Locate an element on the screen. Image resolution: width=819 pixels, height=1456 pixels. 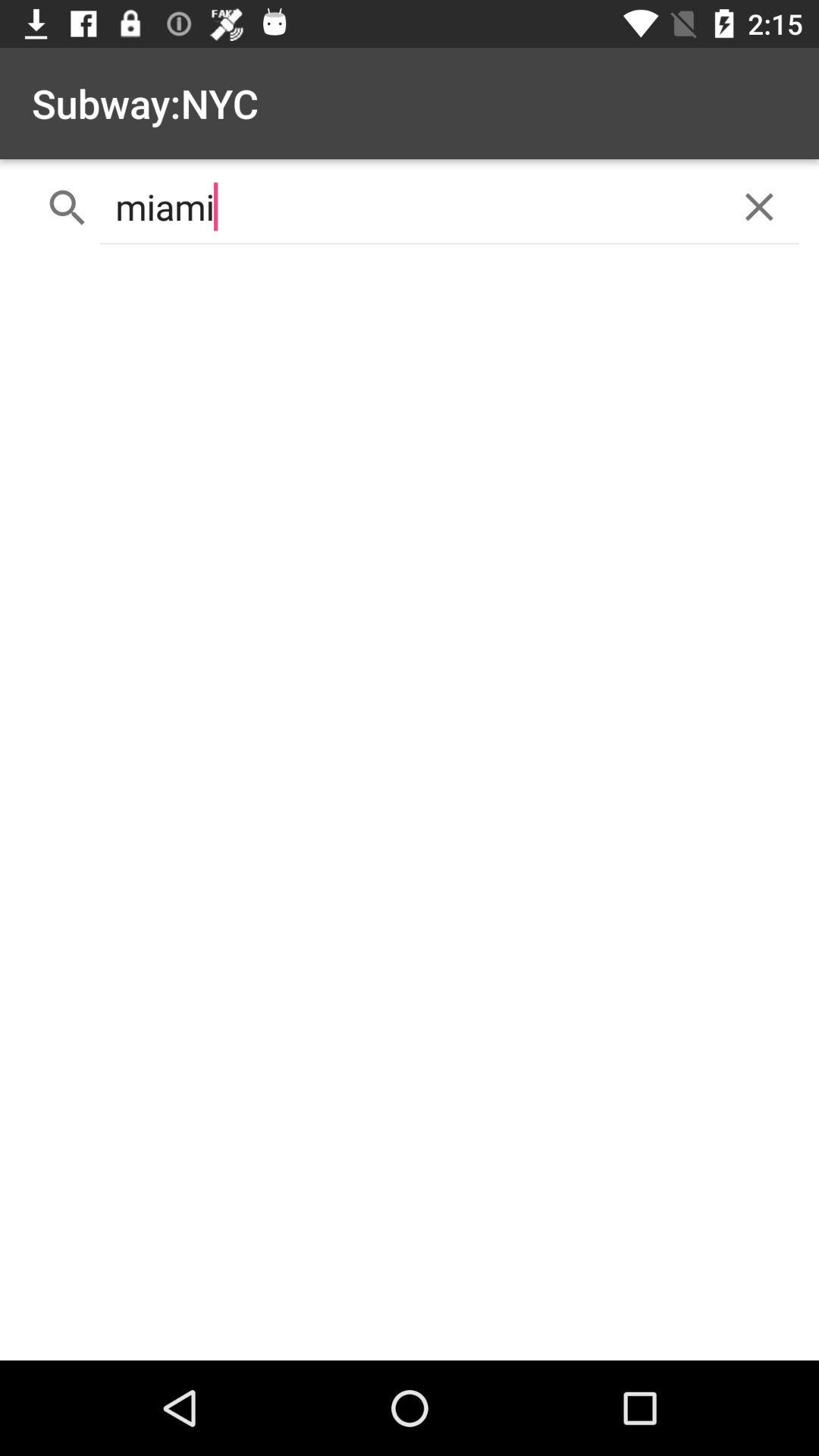
miami icon is located at coordinates (409, 206).